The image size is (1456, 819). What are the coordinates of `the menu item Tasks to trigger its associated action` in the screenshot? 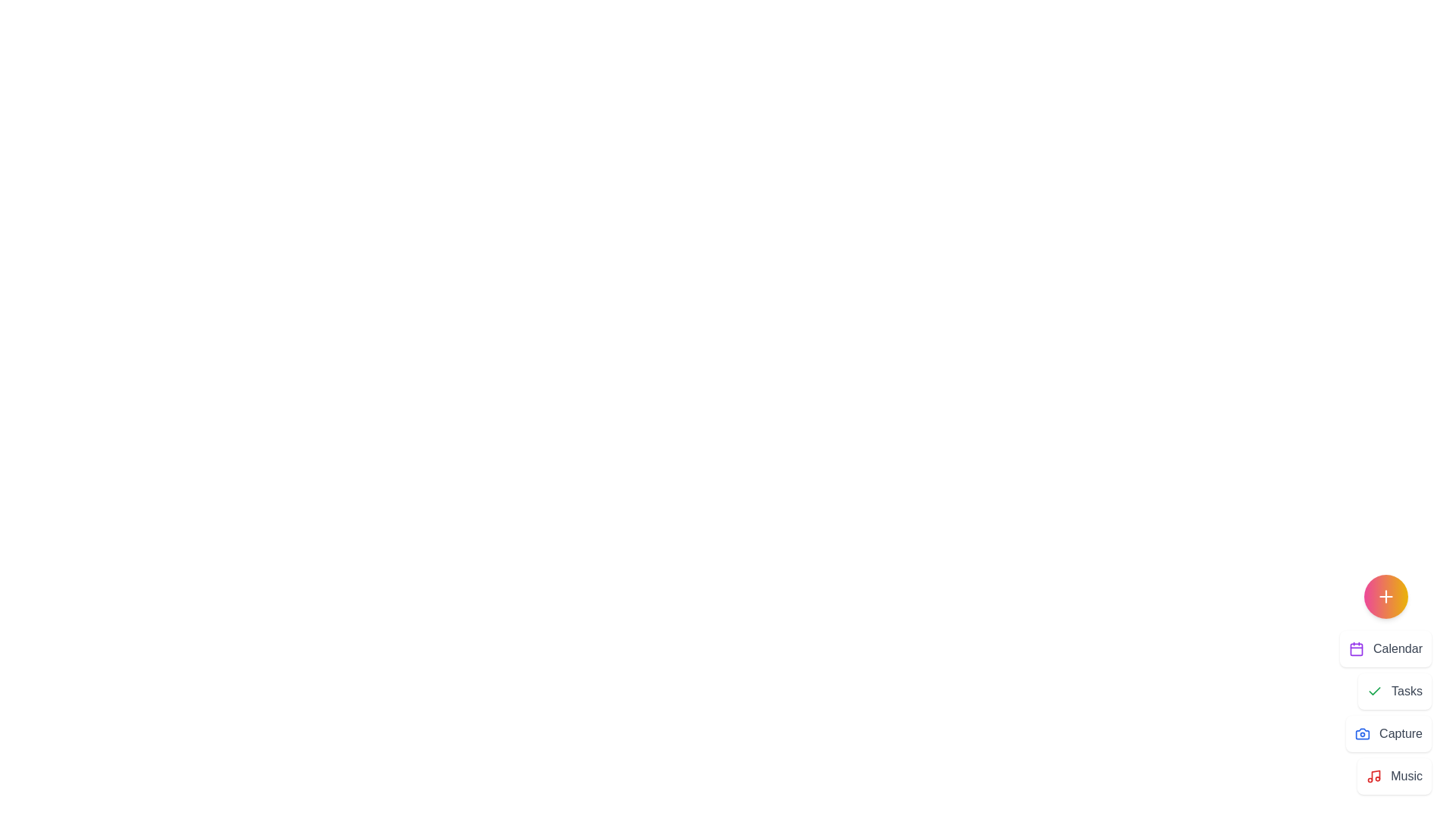 It's located at (1395, 691).